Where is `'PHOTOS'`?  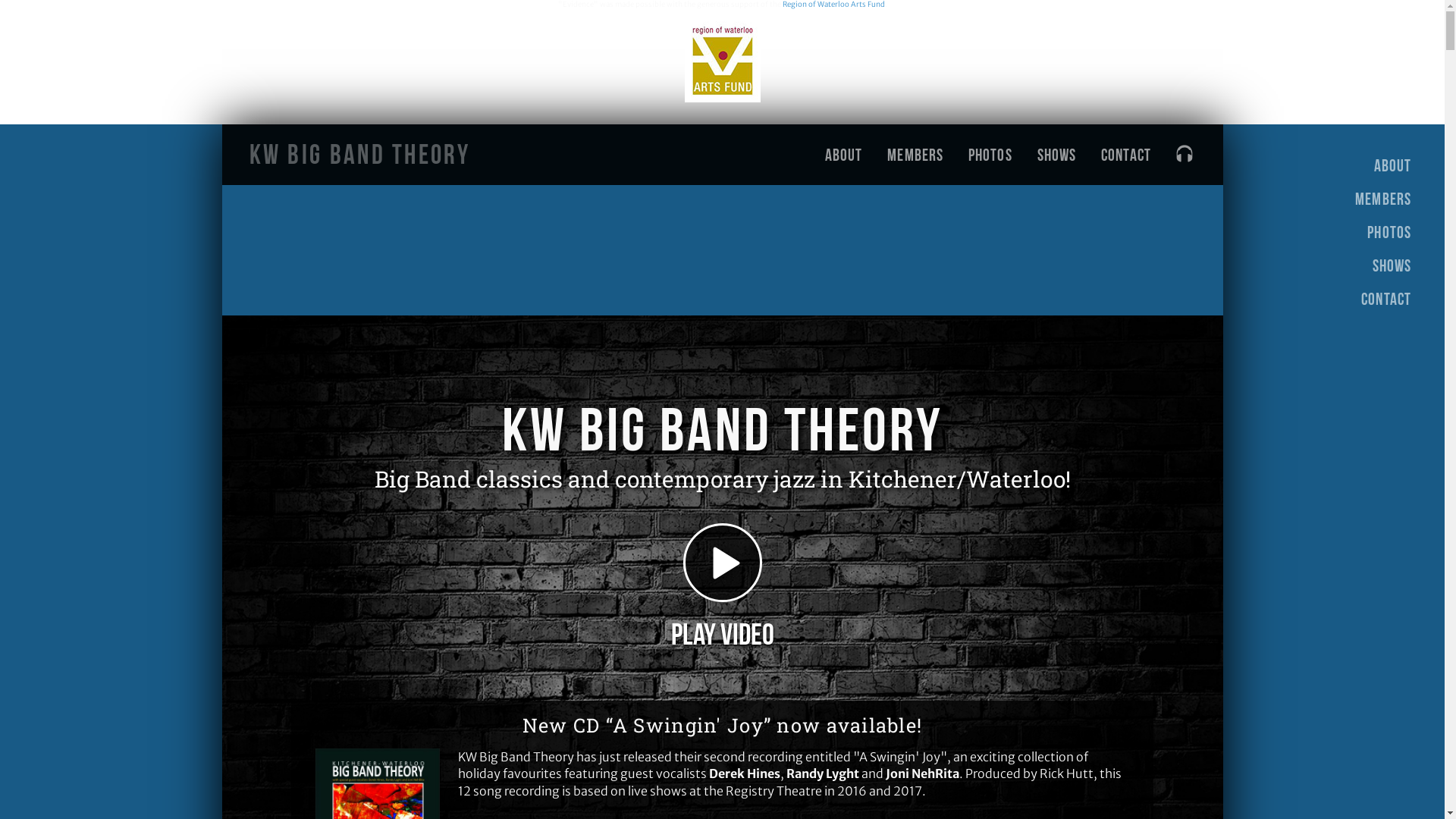
'PHOTOS' is located at coordinates (1394, 231).